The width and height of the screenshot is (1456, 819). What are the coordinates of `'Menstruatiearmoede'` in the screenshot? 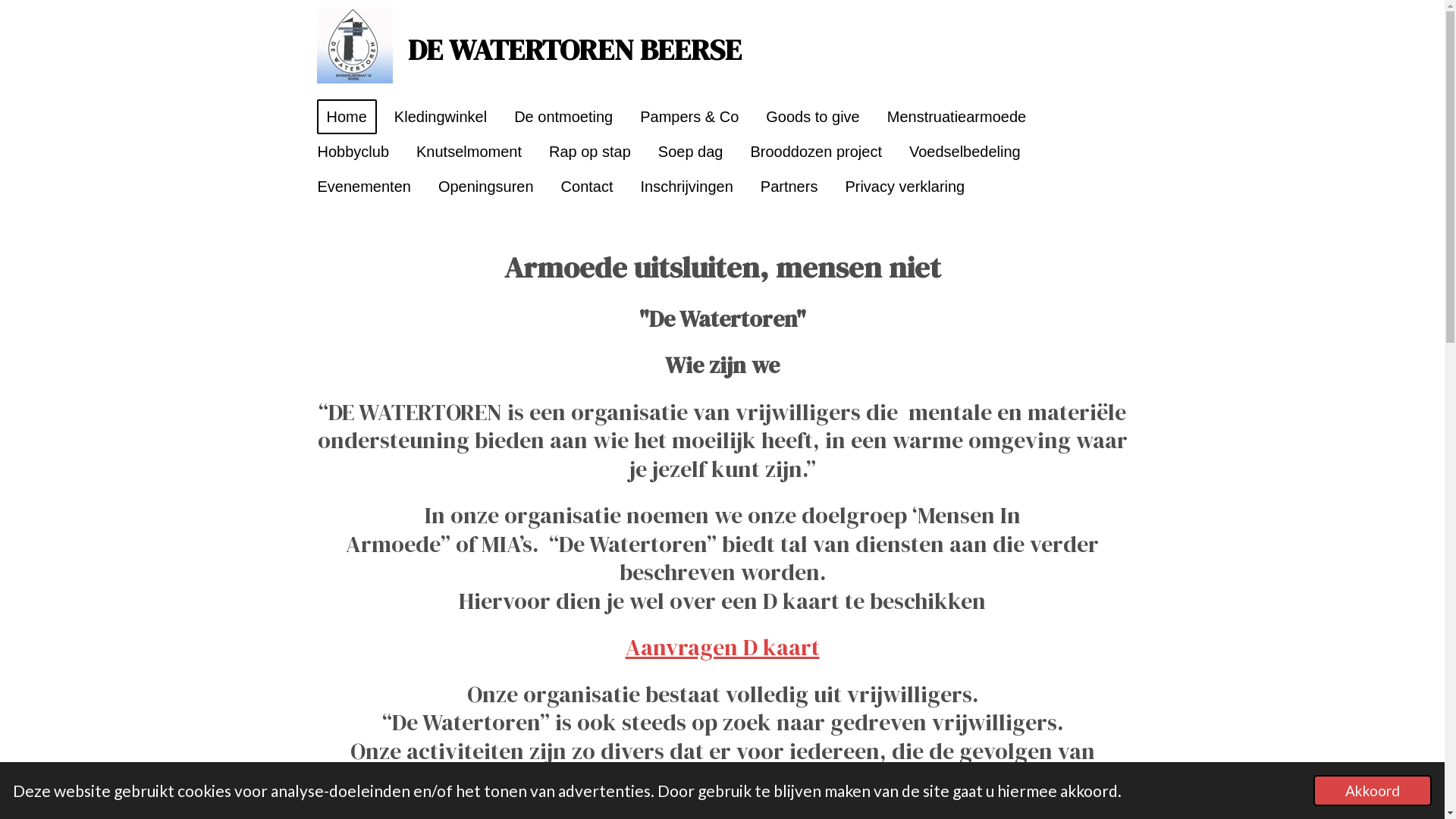 It's located at (955, 116).